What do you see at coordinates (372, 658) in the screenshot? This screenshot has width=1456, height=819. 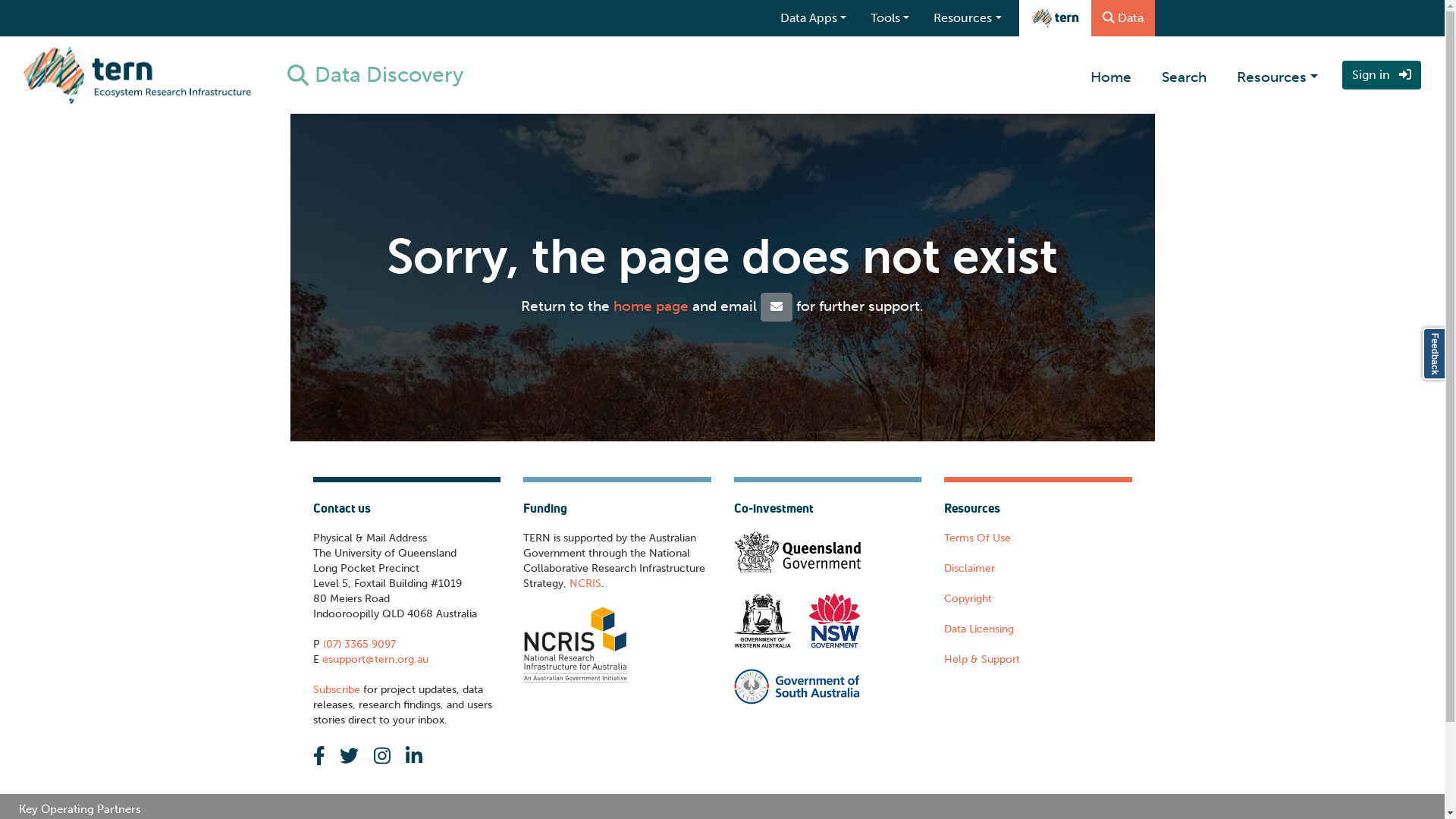 I see `'esupport@tern.org.au'` at bounding box center [372, 658].